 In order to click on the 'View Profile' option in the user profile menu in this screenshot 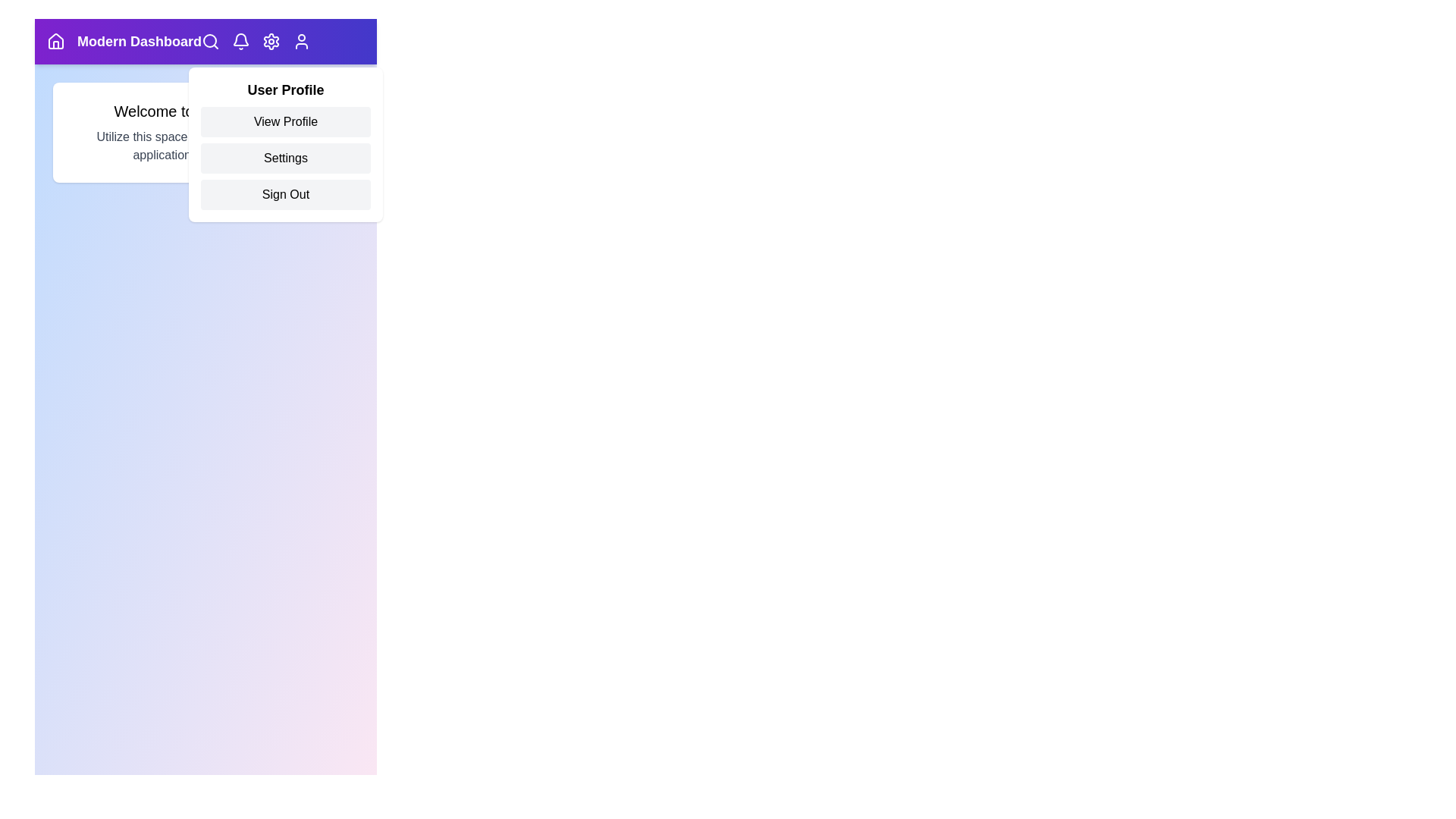, I will do `click(286, 121)`.